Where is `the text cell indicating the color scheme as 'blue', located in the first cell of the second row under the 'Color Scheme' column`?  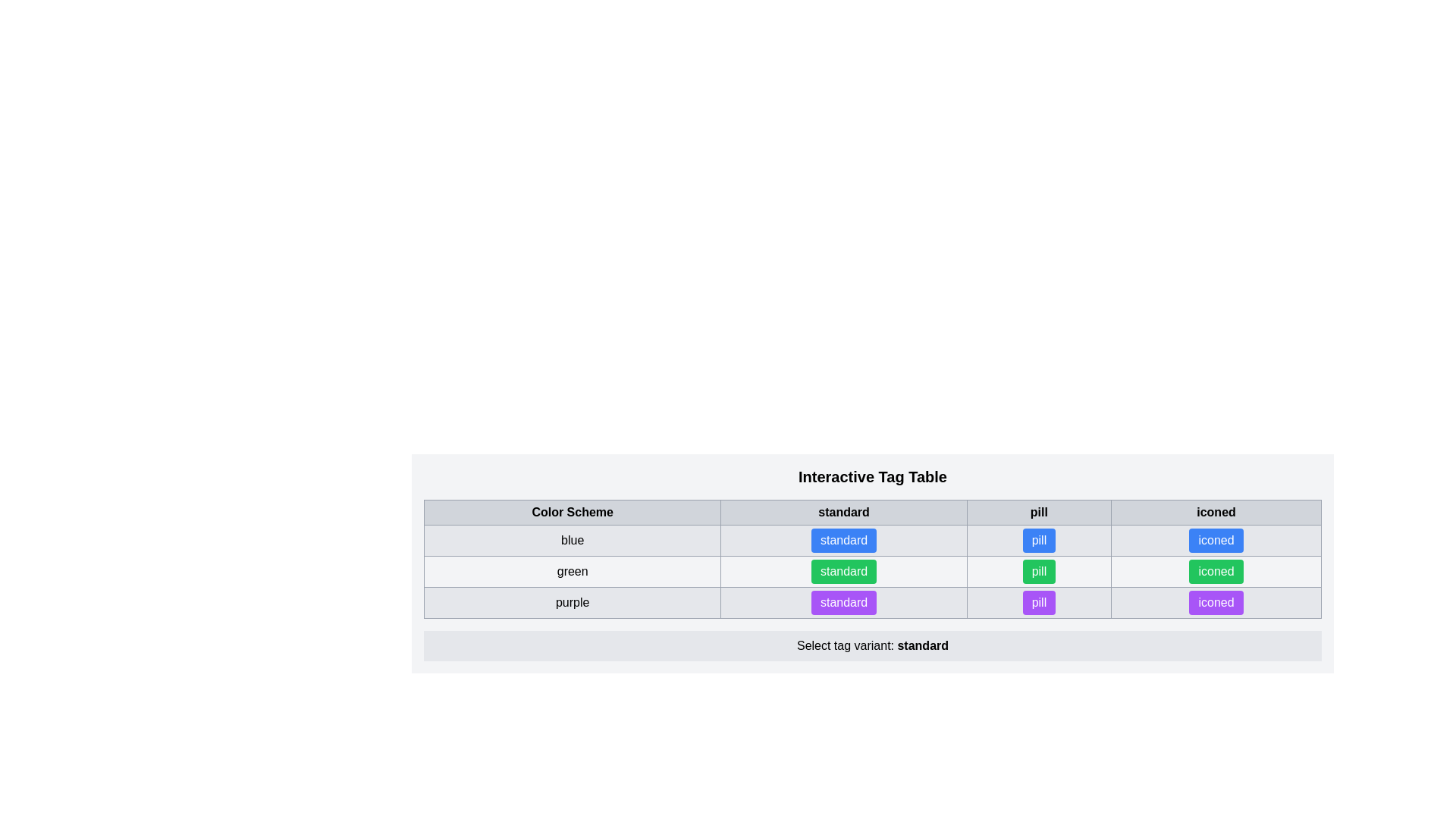
the text cell indicating the color scheme as 'blue', located in the first cell of the second row under the 'Color Scheme' column is located at coordinates (572, 540).